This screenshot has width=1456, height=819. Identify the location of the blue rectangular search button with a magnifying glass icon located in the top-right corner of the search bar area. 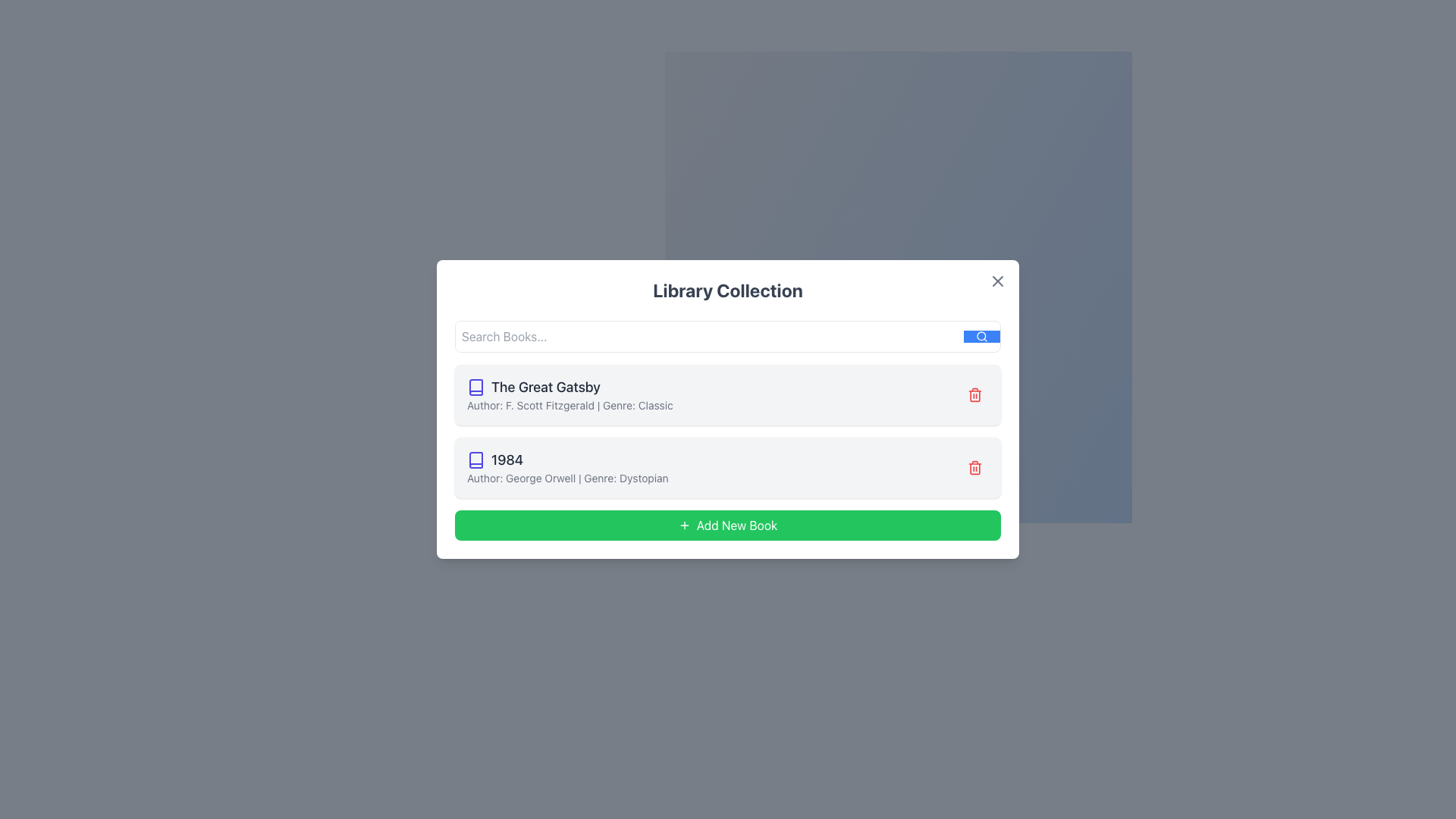
(982, 335).